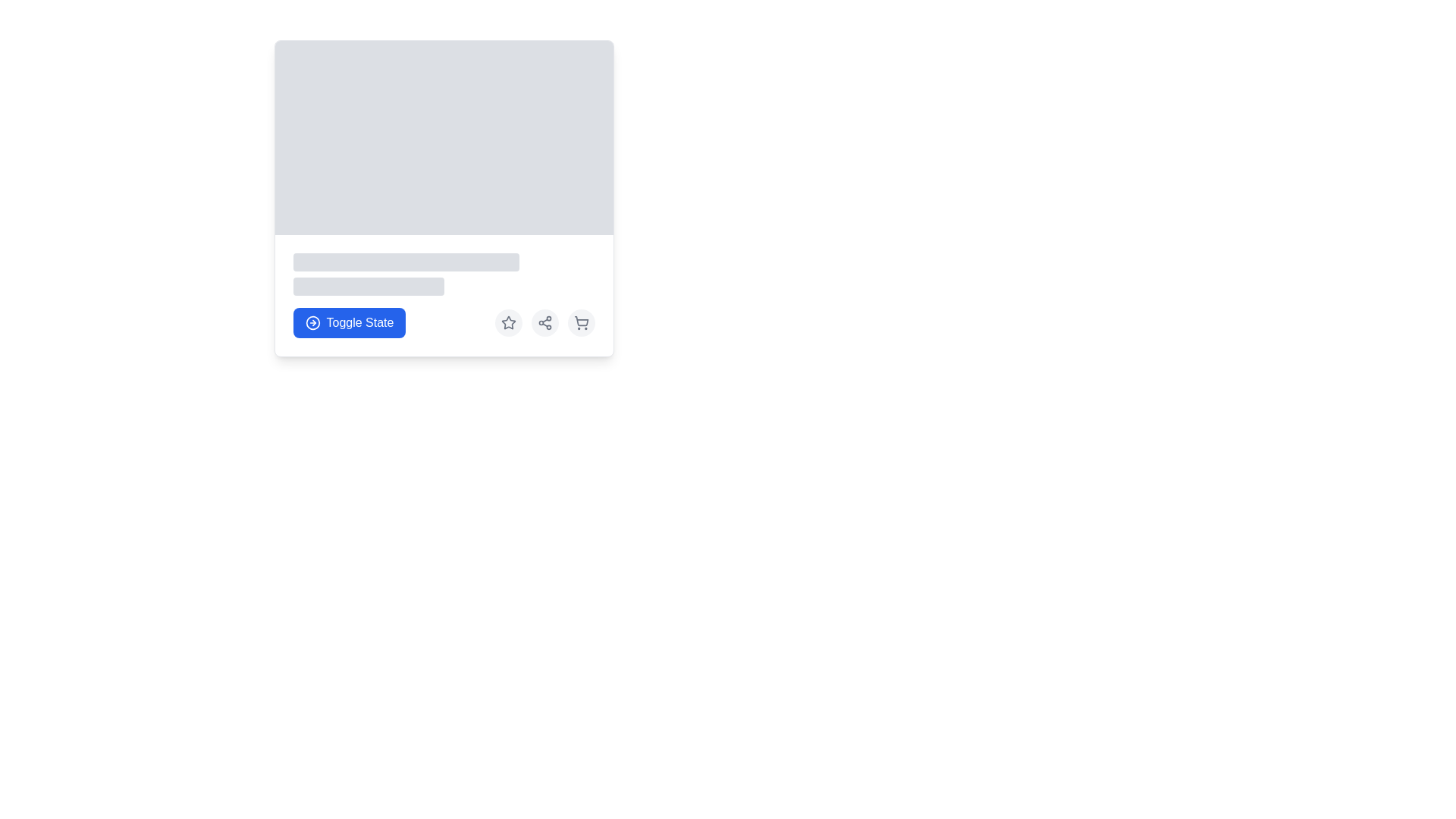 The width and height of the screenshot is (1456, 819). Describe the element at coordinates (508, 322) in the screenshot. I see `the first circular button with a star icon to mark the item as favorite, located to the right of the 'Toggle State' button` at that location.